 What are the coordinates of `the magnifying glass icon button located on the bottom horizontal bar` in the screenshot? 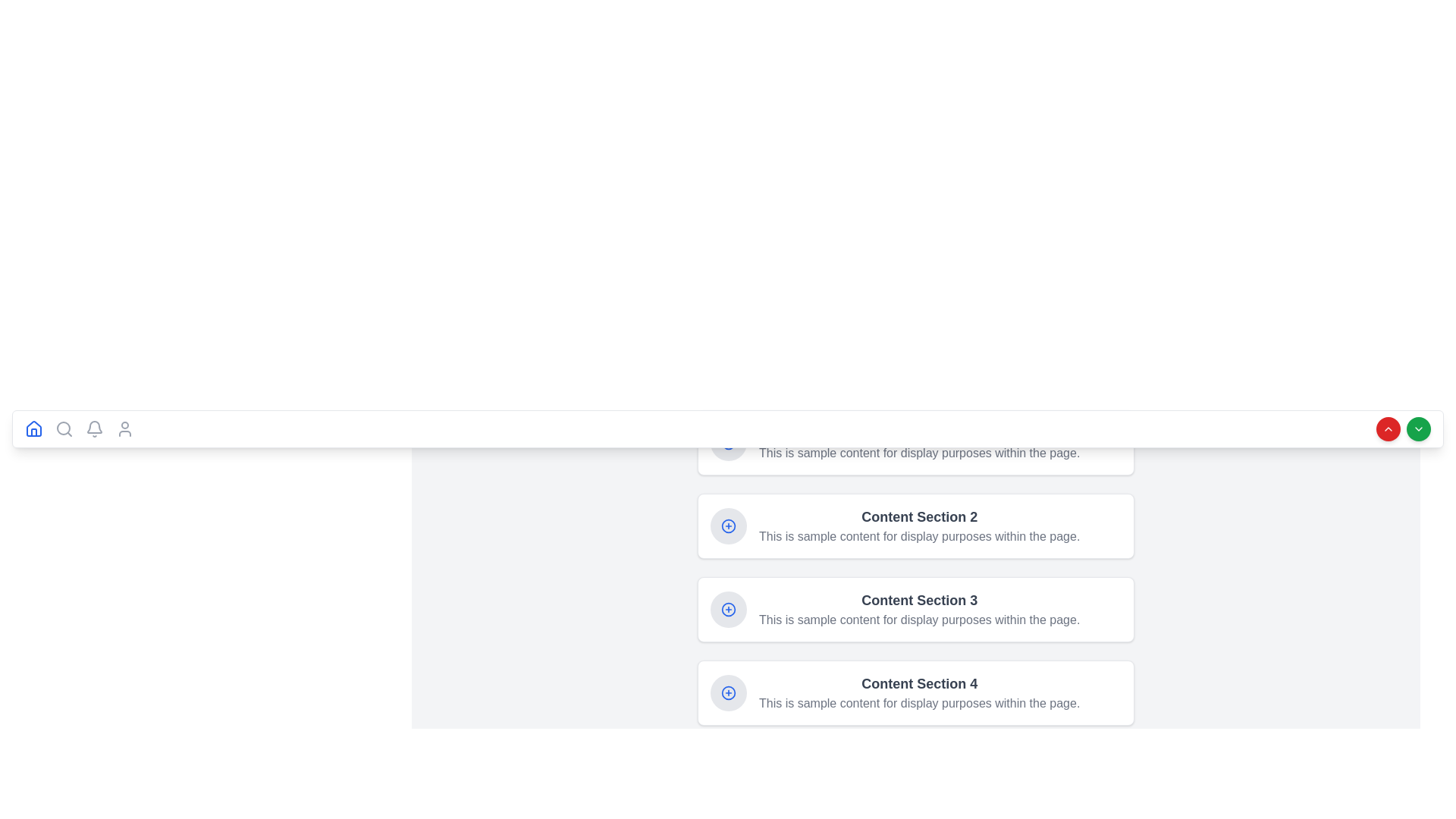 It's located at (64, 429).